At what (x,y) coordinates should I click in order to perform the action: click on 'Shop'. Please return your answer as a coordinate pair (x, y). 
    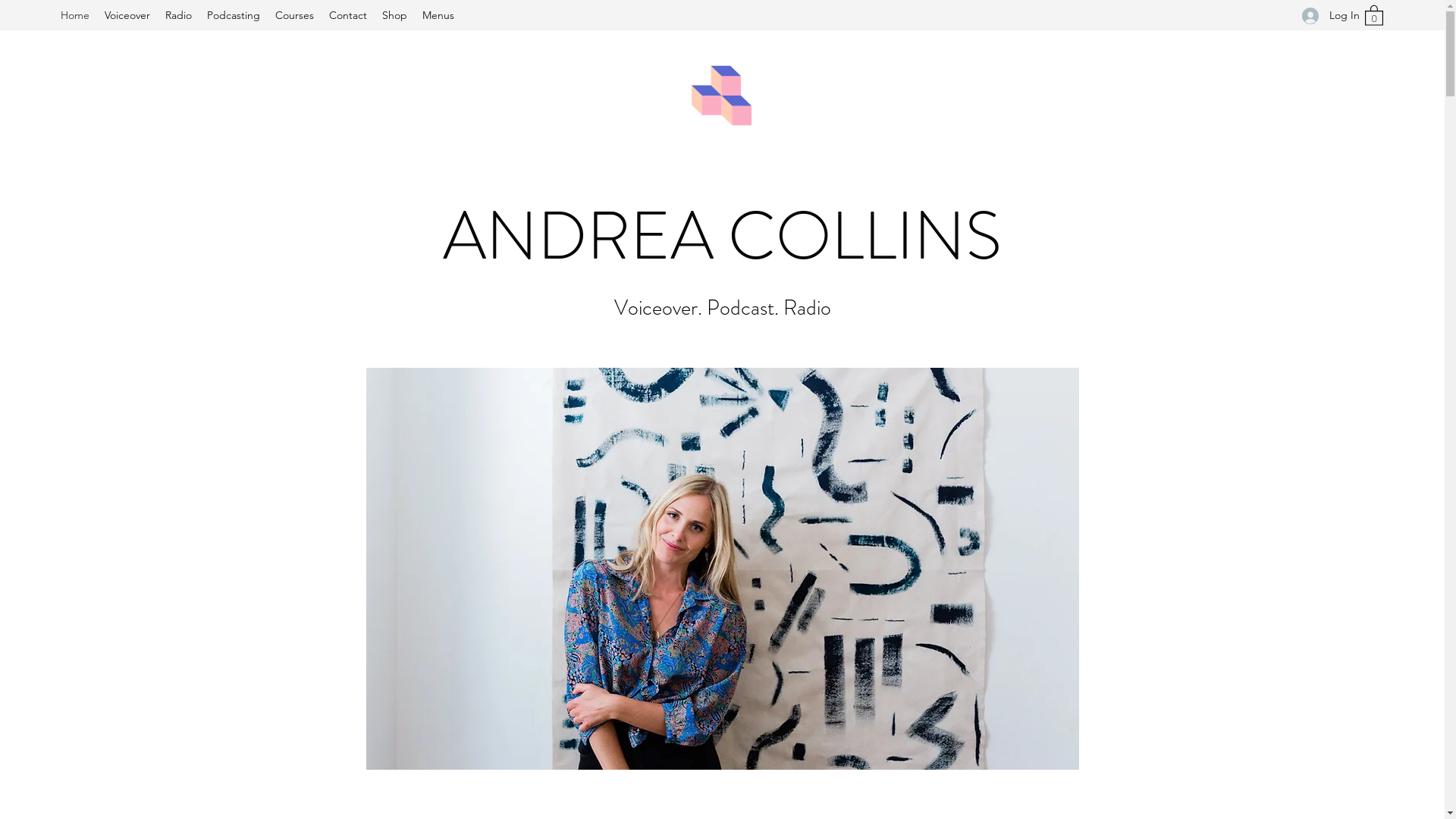
    Looking at the image, I should click on (394, 14).